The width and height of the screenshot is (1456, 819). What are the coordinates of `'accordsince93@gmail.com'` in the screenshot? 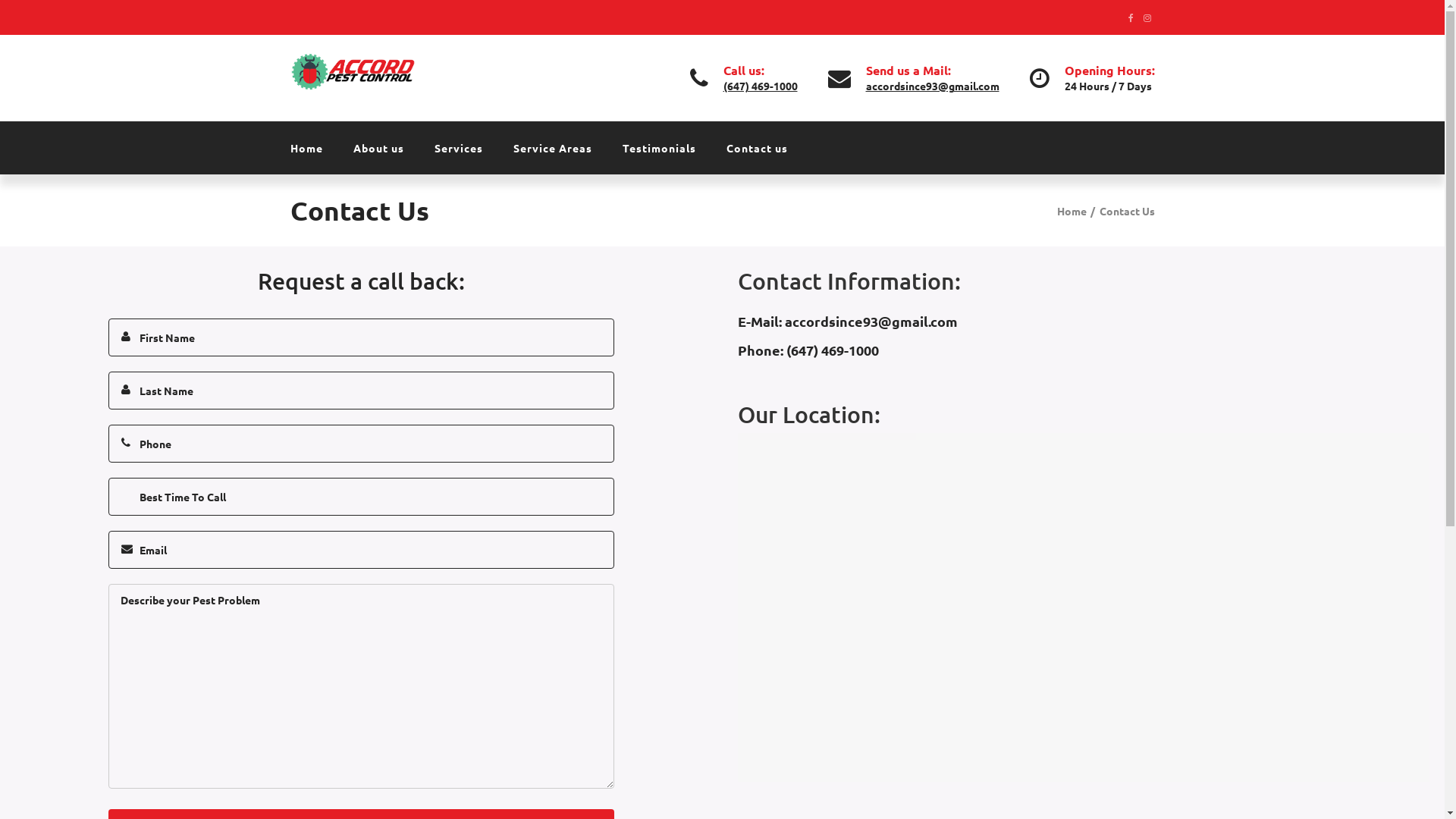 It's located at (931, 85).